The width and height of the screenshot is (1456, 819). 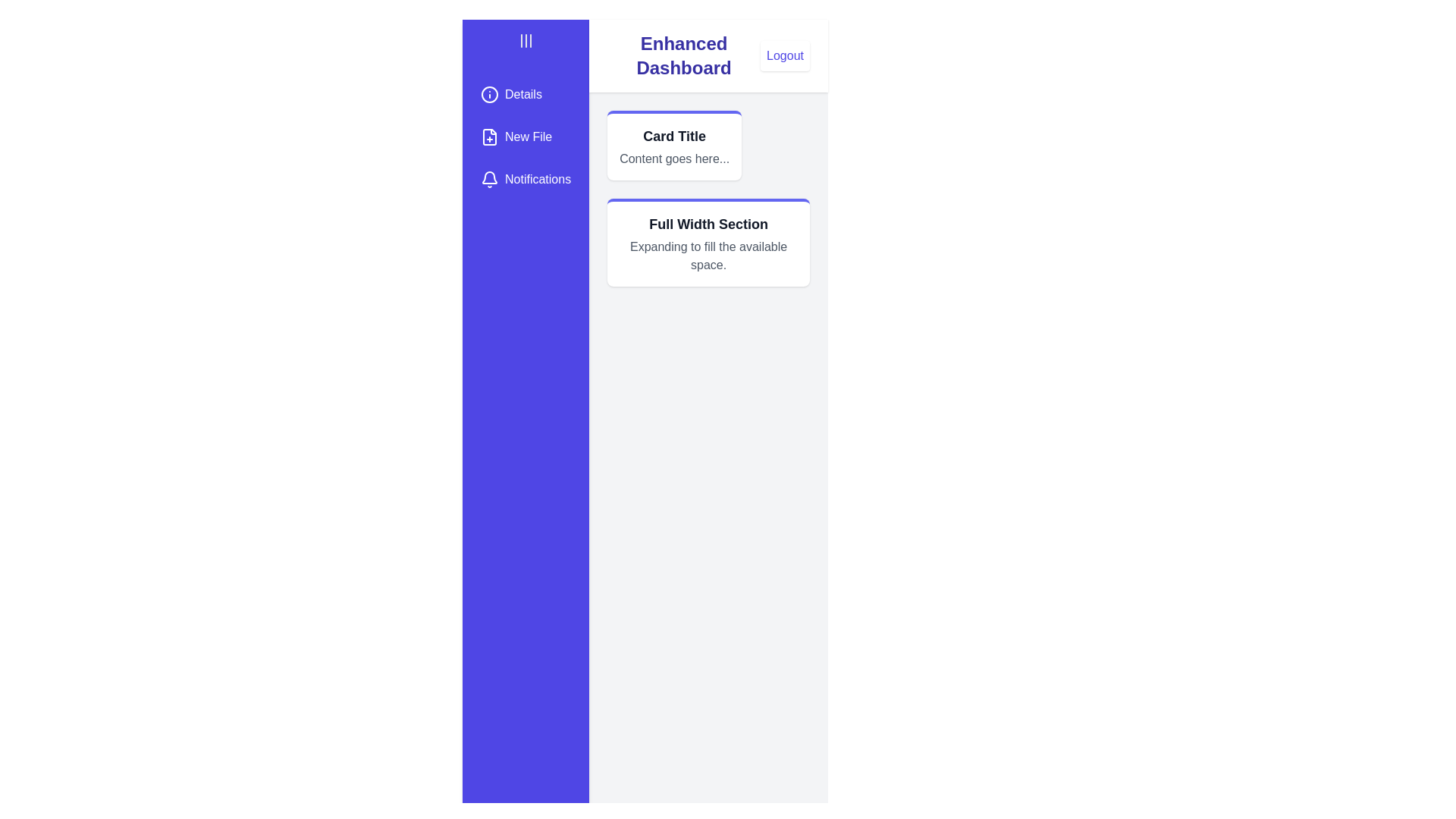 I want to click on the 'Logout' button located in the top-right corner of the white header bar to log out of the current session, so click(x=785, y=55).